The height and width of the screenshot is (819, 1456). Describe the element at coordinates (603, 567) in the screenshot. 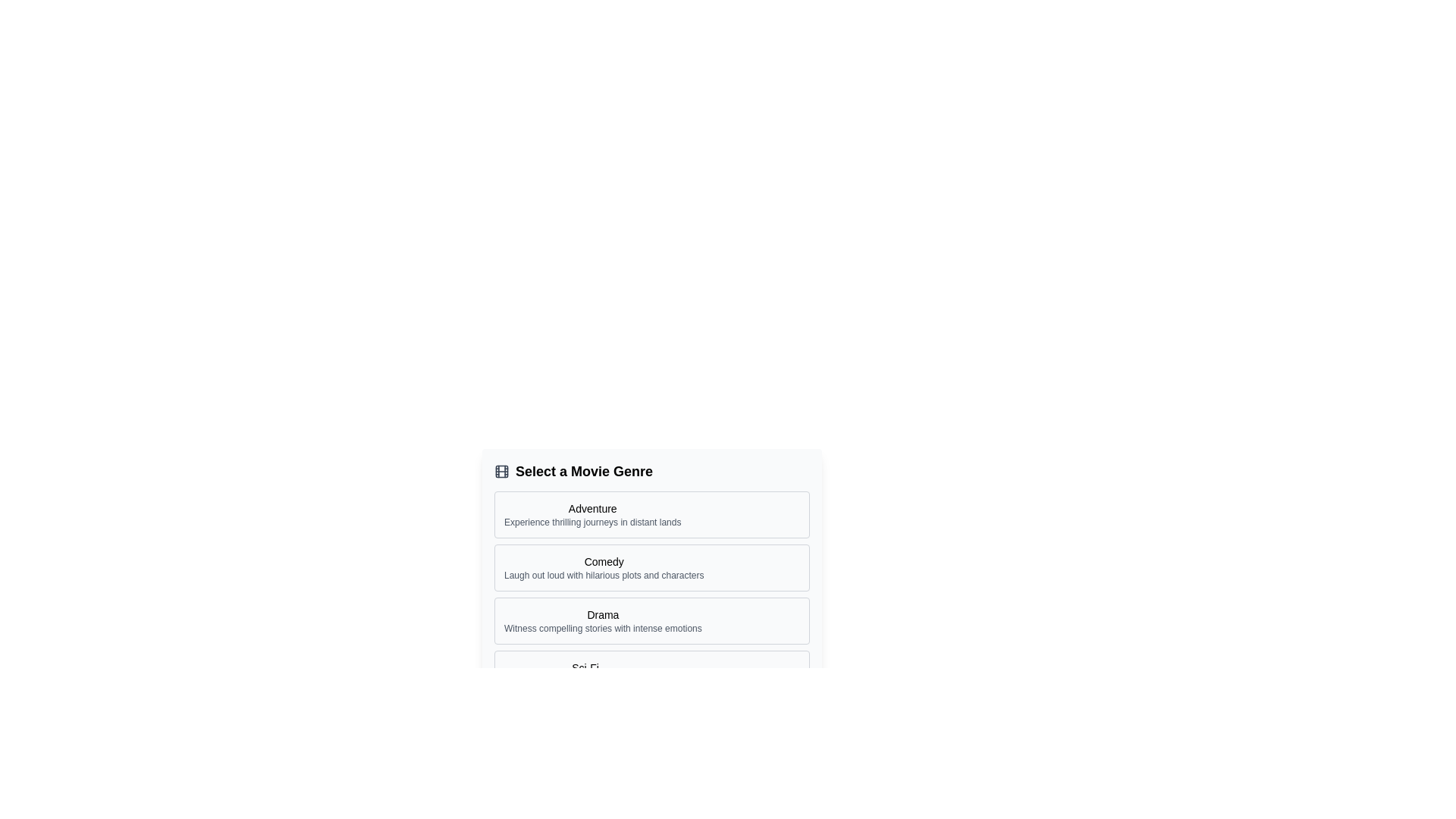

I see `the 'Comedy' genre selection button to possibly reveal additional details about the genre` at that location.